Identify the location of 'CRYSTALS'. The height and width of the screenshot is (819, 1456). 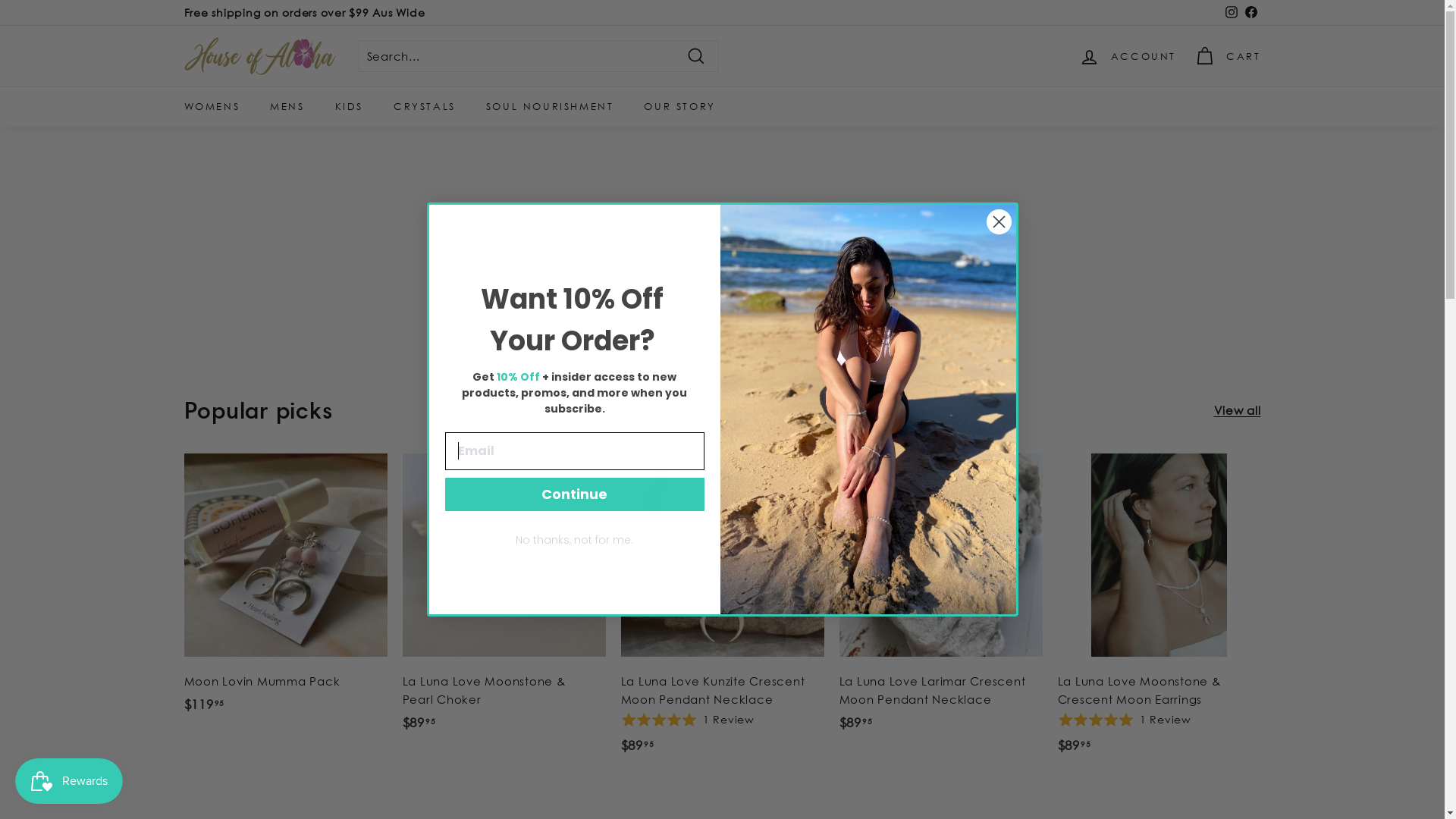
(425, 105).